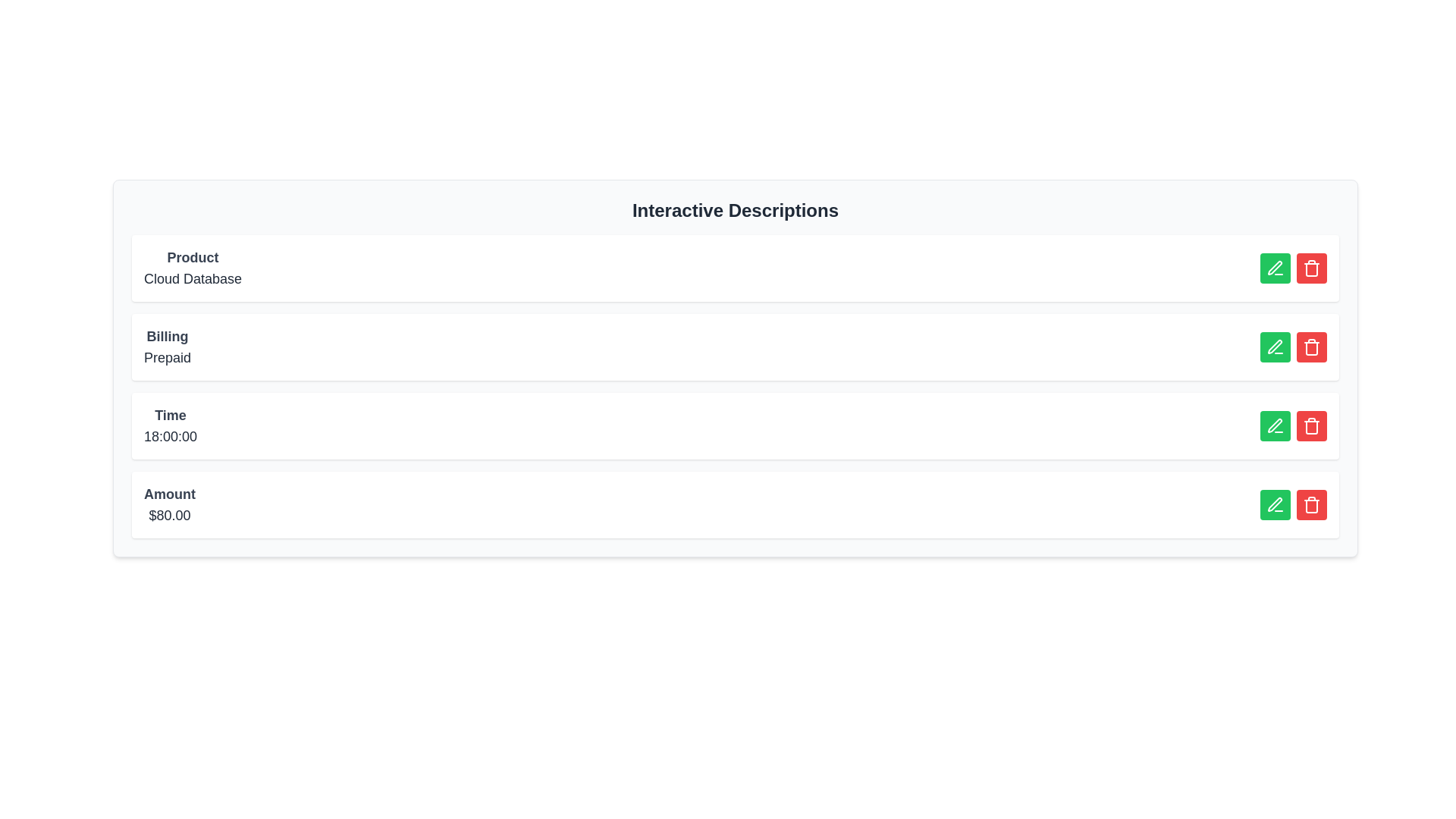 The height and width of the screenshot is (819, 1456). What do you see at coordinates (171, 436) in the screenshot?
I see `the time display element located beneath the label 'Time' in the third section of the layout` at bounding box center [171, 436].